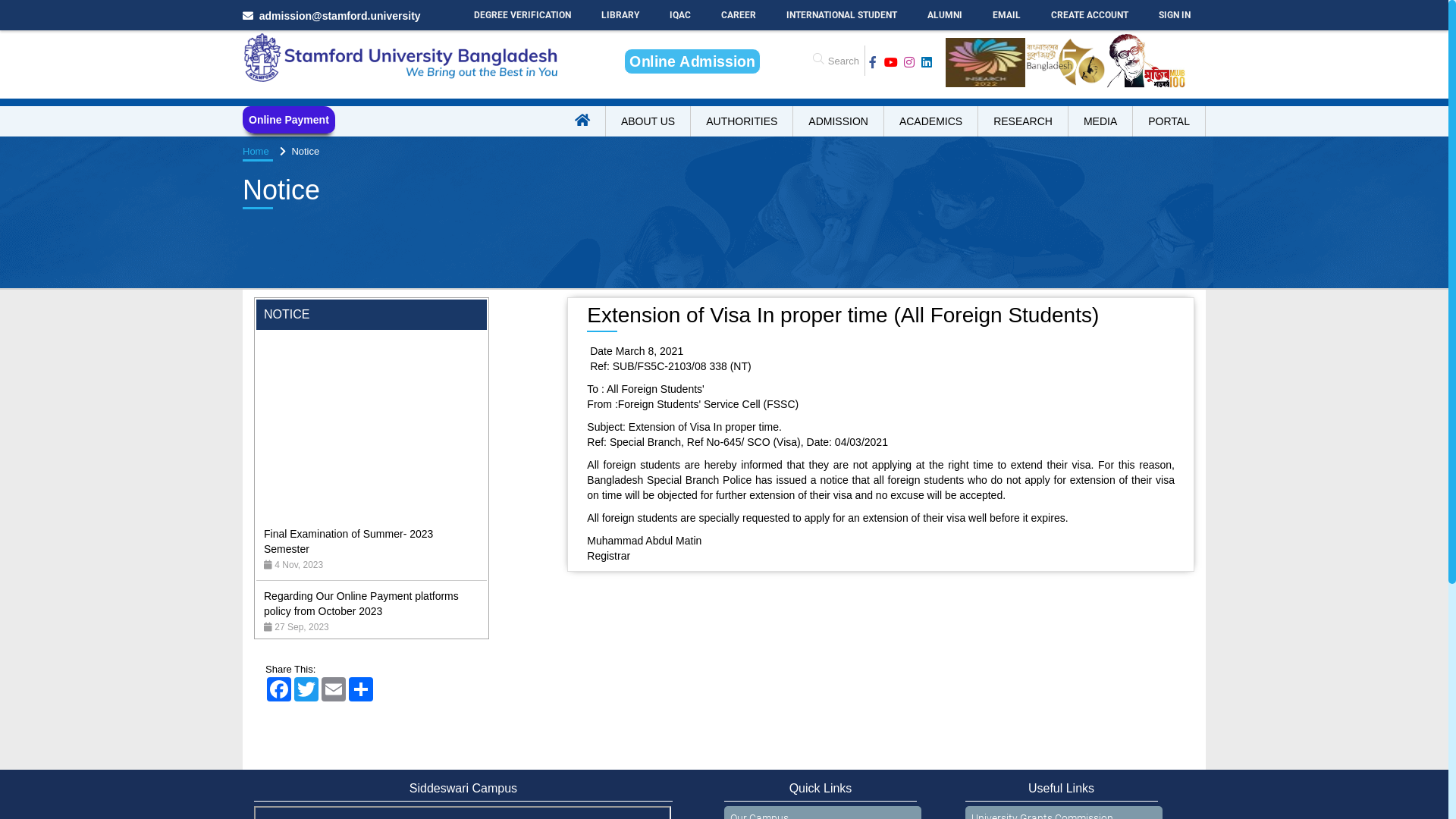 This screenshot has width=1456, height=819. I want to click on 'INTERNATIONAL STUDENT', so click(771, 14).